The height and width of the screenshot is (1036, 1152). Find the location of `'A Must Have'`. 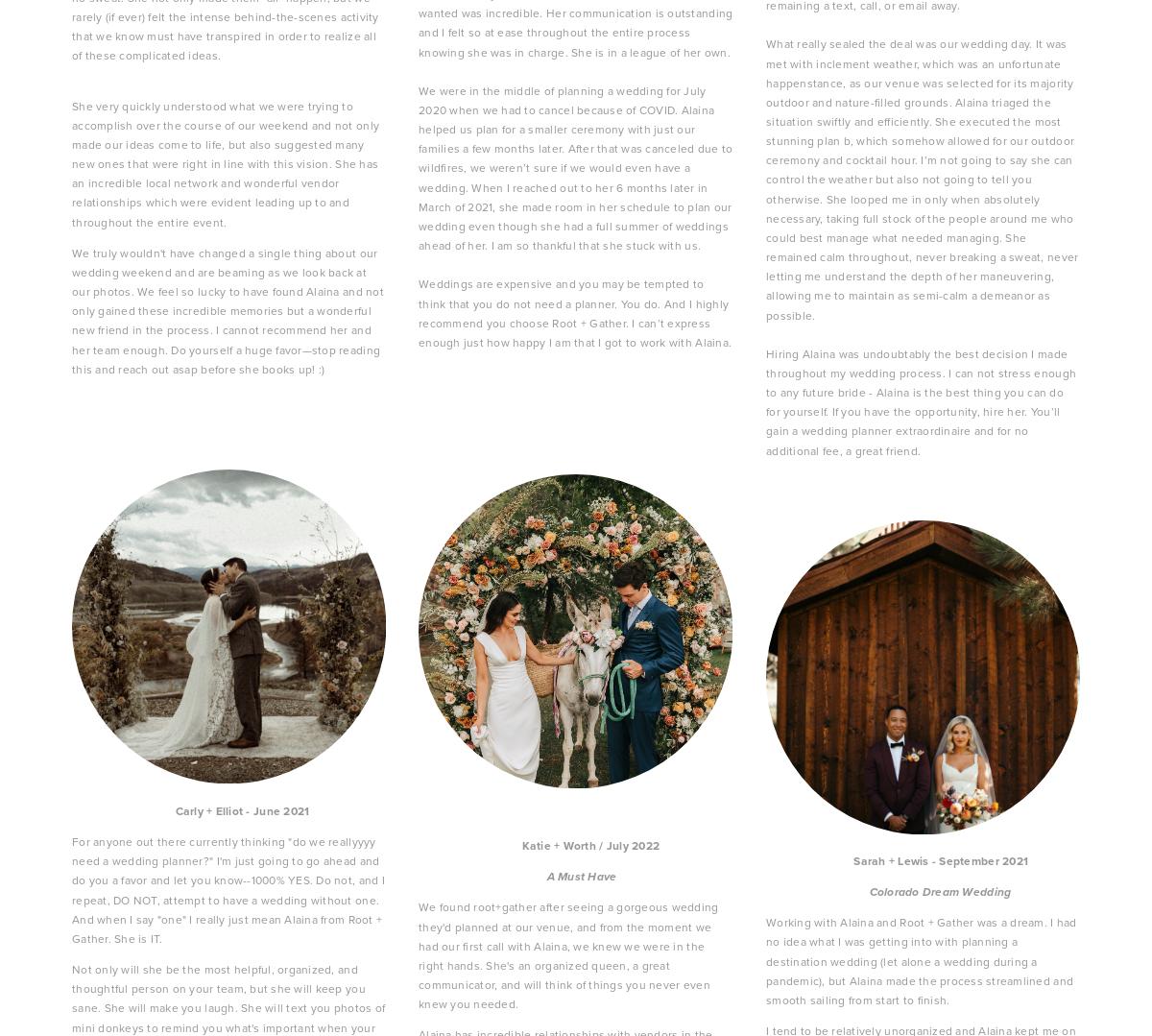

'A Must Have' is located at coordinates (582, 877).